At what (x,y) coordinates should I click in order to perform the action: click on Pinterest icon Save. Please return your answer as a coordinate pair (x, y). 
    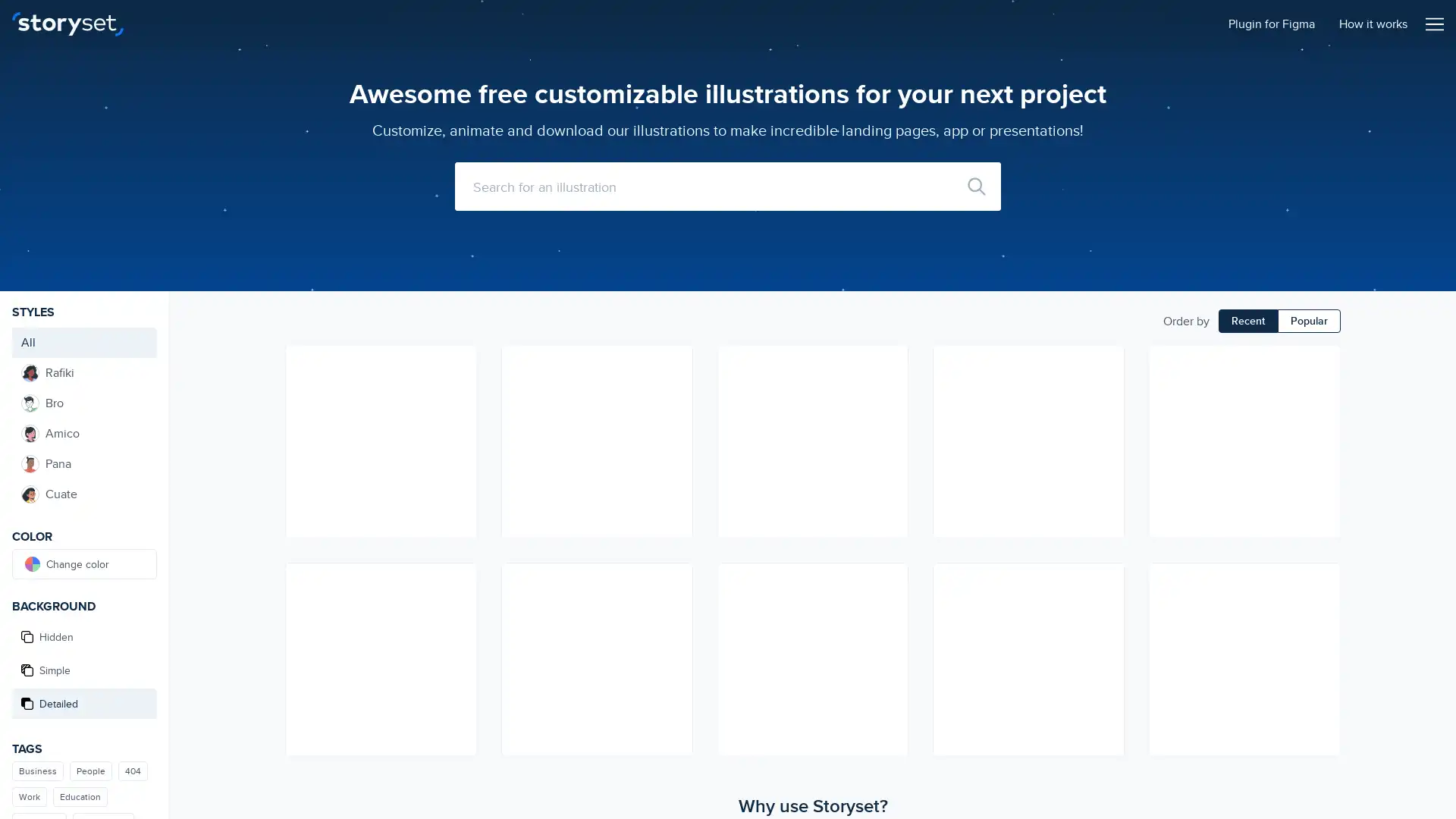
    Looking at the image, I should click on (457, 635).